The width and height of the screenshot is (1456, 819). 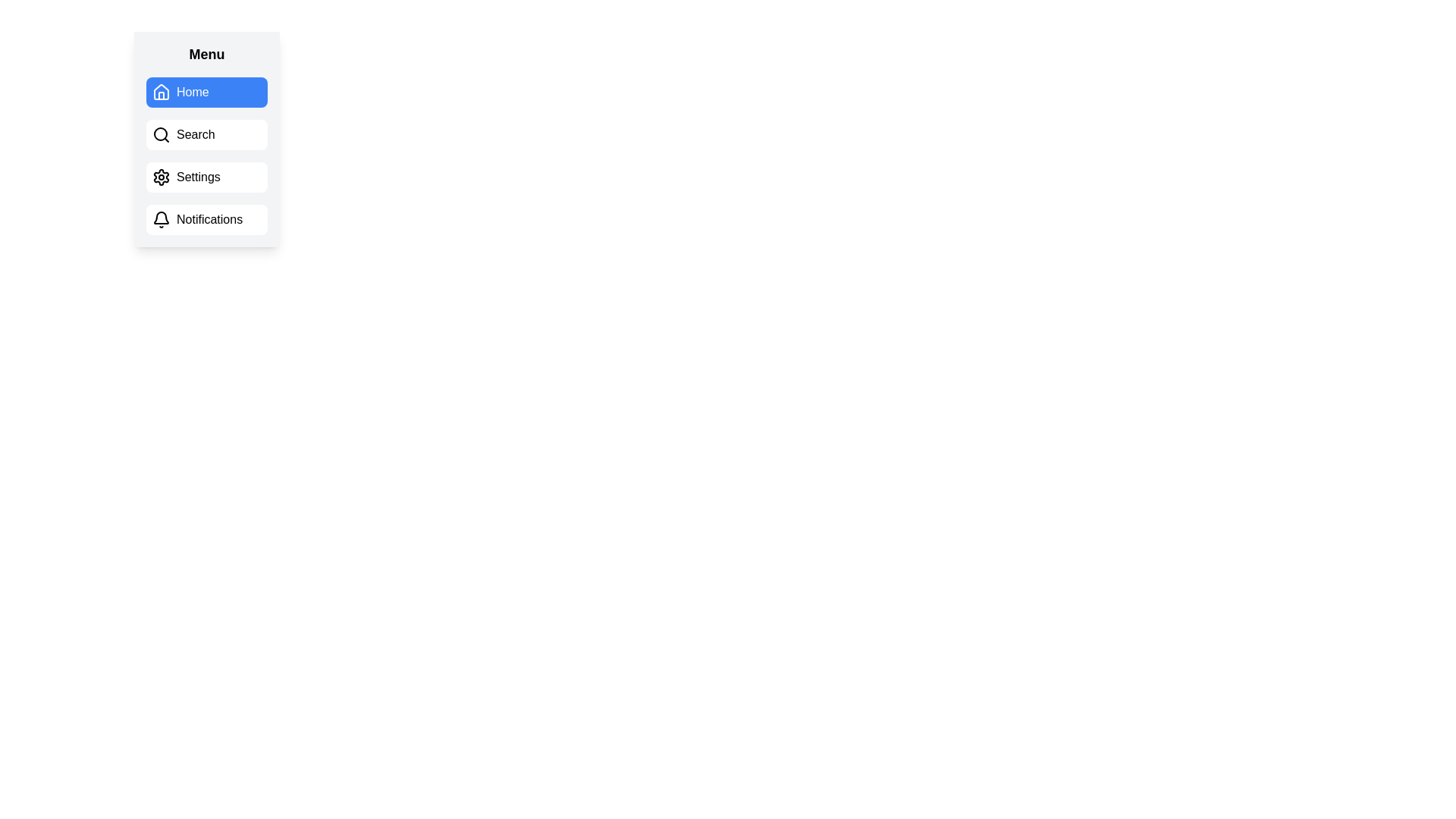 What do you see at coordinates (161, 91) in the screenshot?
I see `the house icon in the menu entry labeled 'Home'` at bounding box center [161, 91].